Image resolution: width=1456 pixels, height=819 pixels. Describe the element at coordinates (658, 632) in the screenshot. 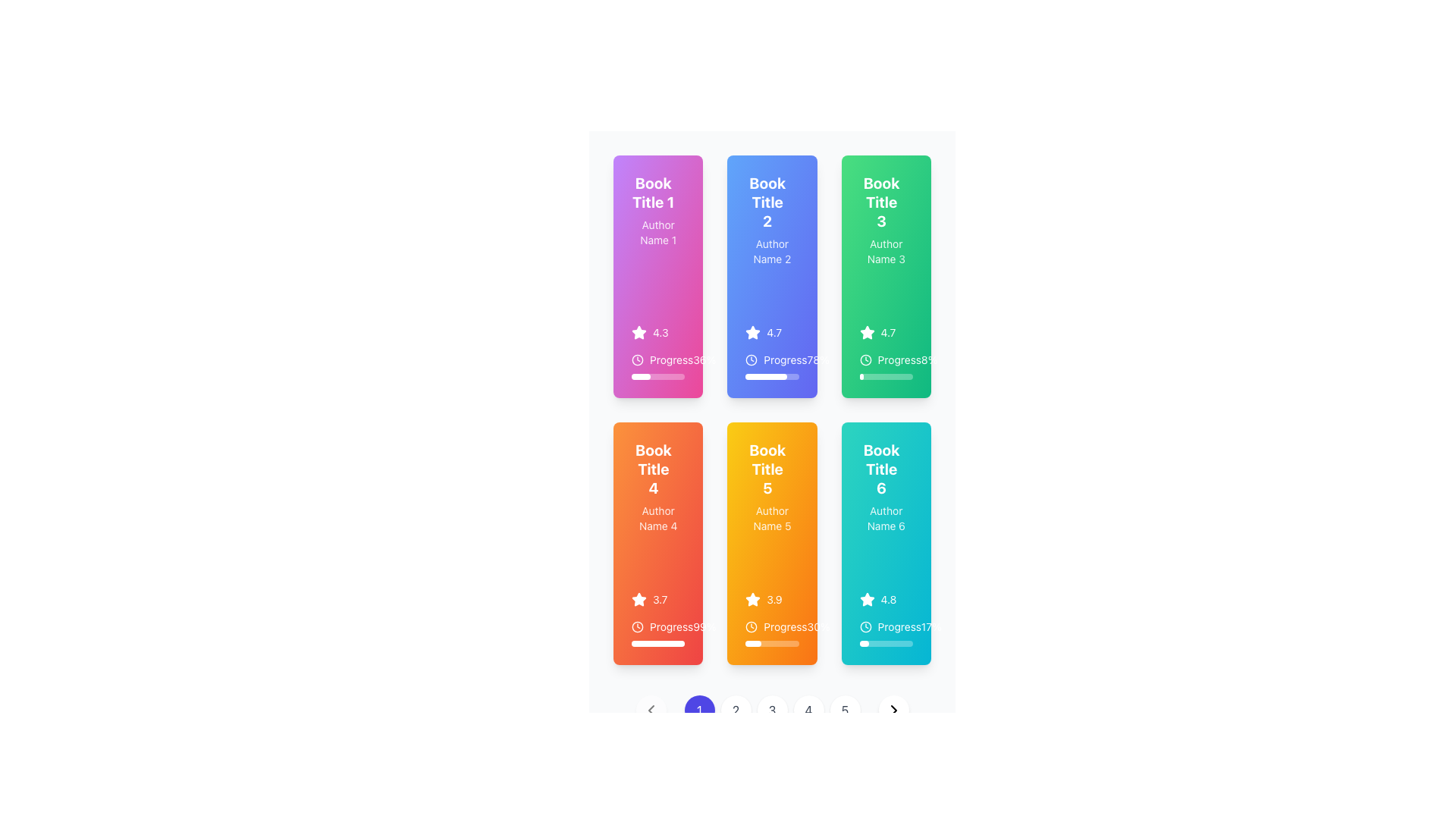

I see `displayed progress value of the Progress Indicator located at the bottom of the 'Book Title 4' card, which shows 99% completion` at that location.